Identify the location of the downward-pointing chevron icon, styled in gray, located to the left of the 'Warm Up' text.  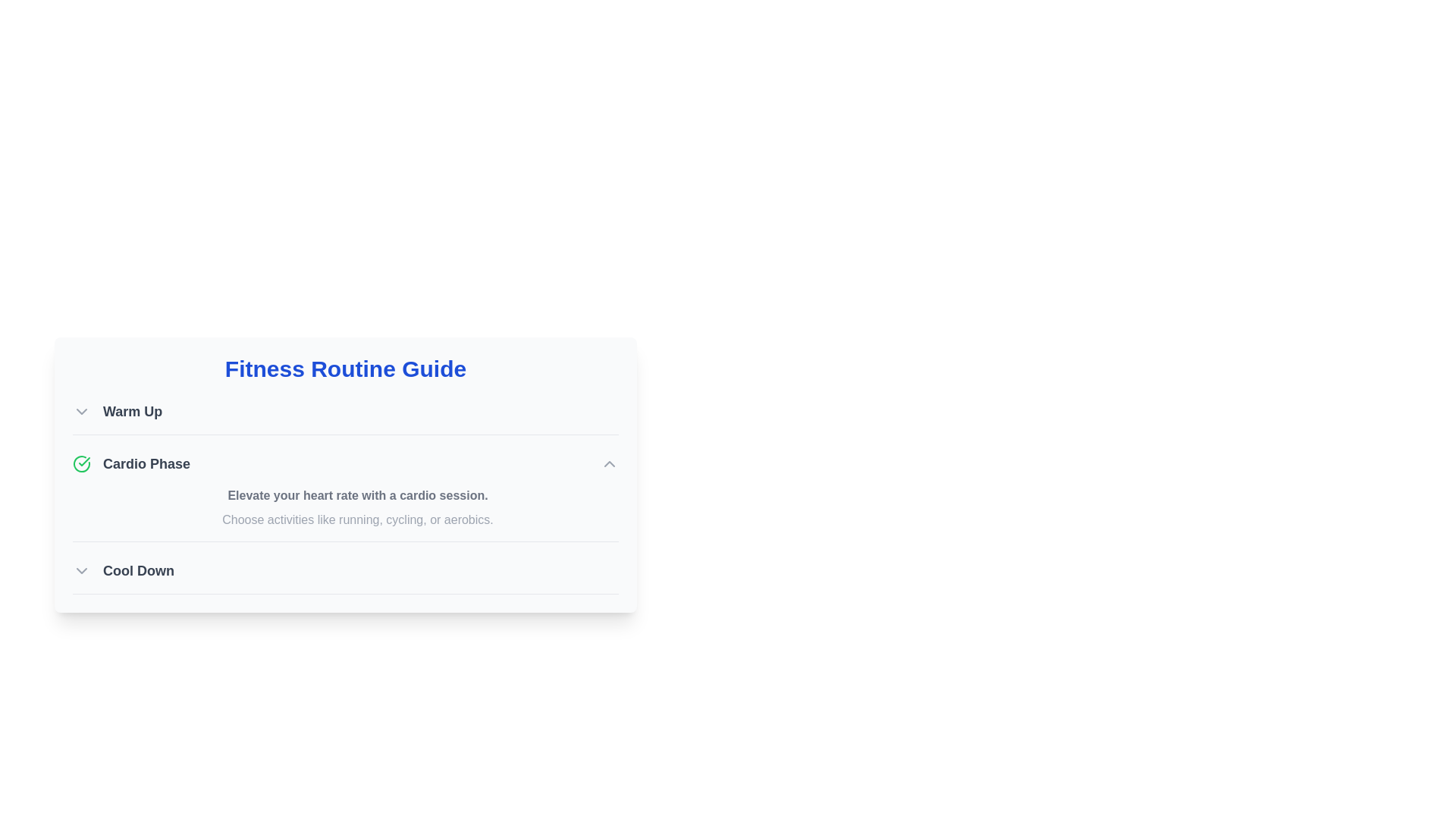
(81, 412).